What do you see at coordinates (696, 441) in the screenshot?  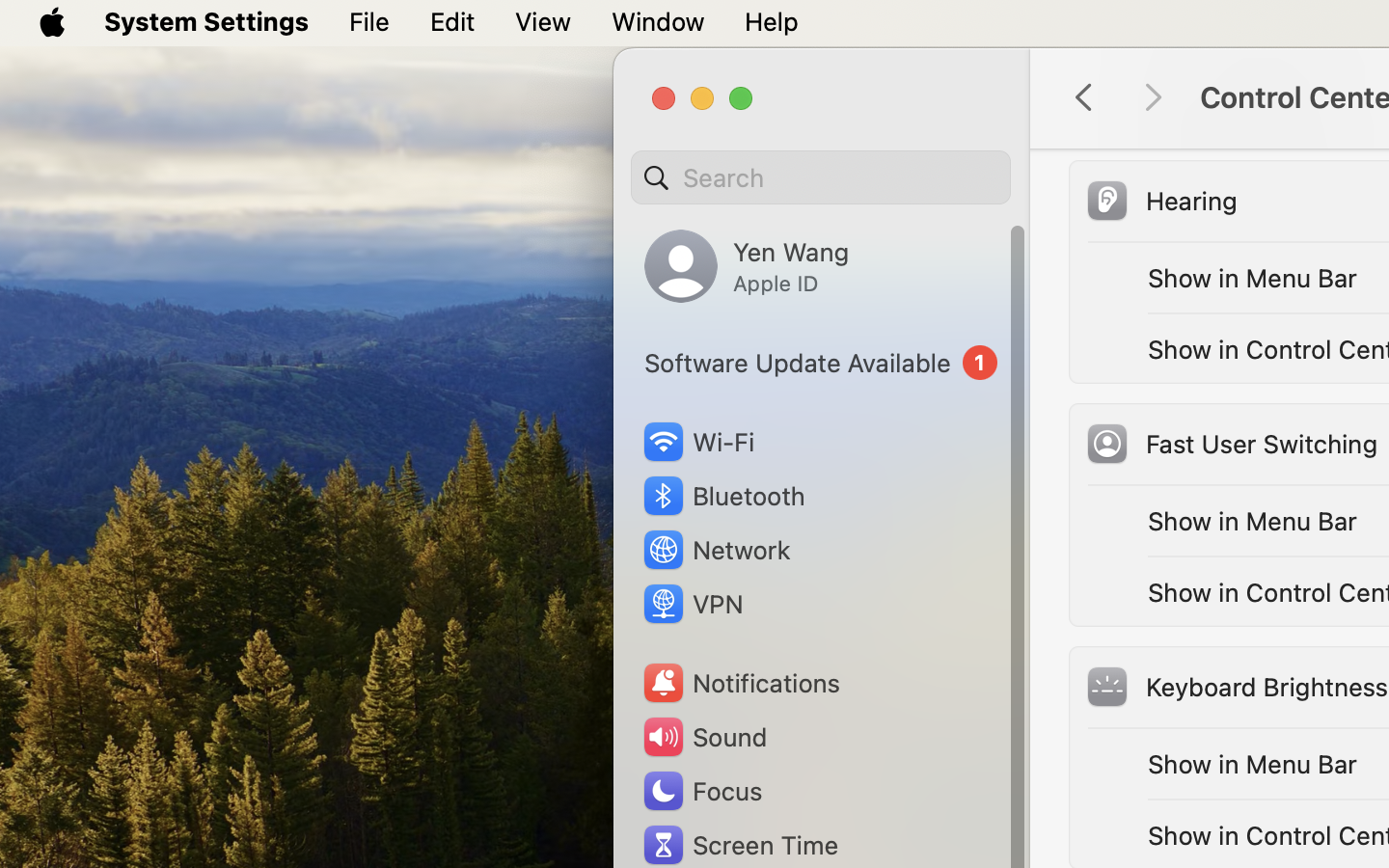 I see `'Wi‑Fi'` at bounding box center [696, 441].